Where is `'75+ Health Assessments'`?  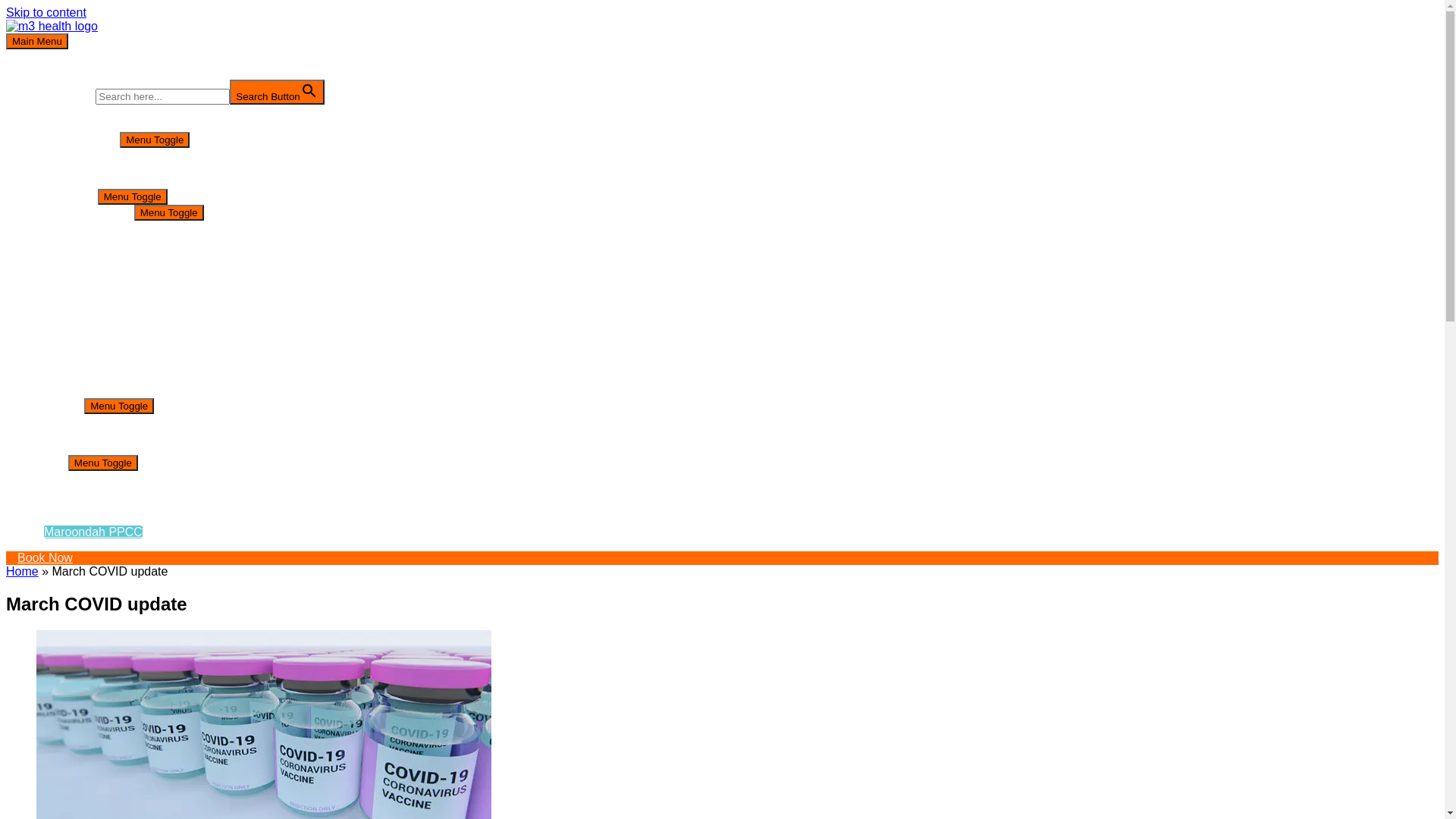 '75+ Health Assessments' is located at coordinates (164, 267).